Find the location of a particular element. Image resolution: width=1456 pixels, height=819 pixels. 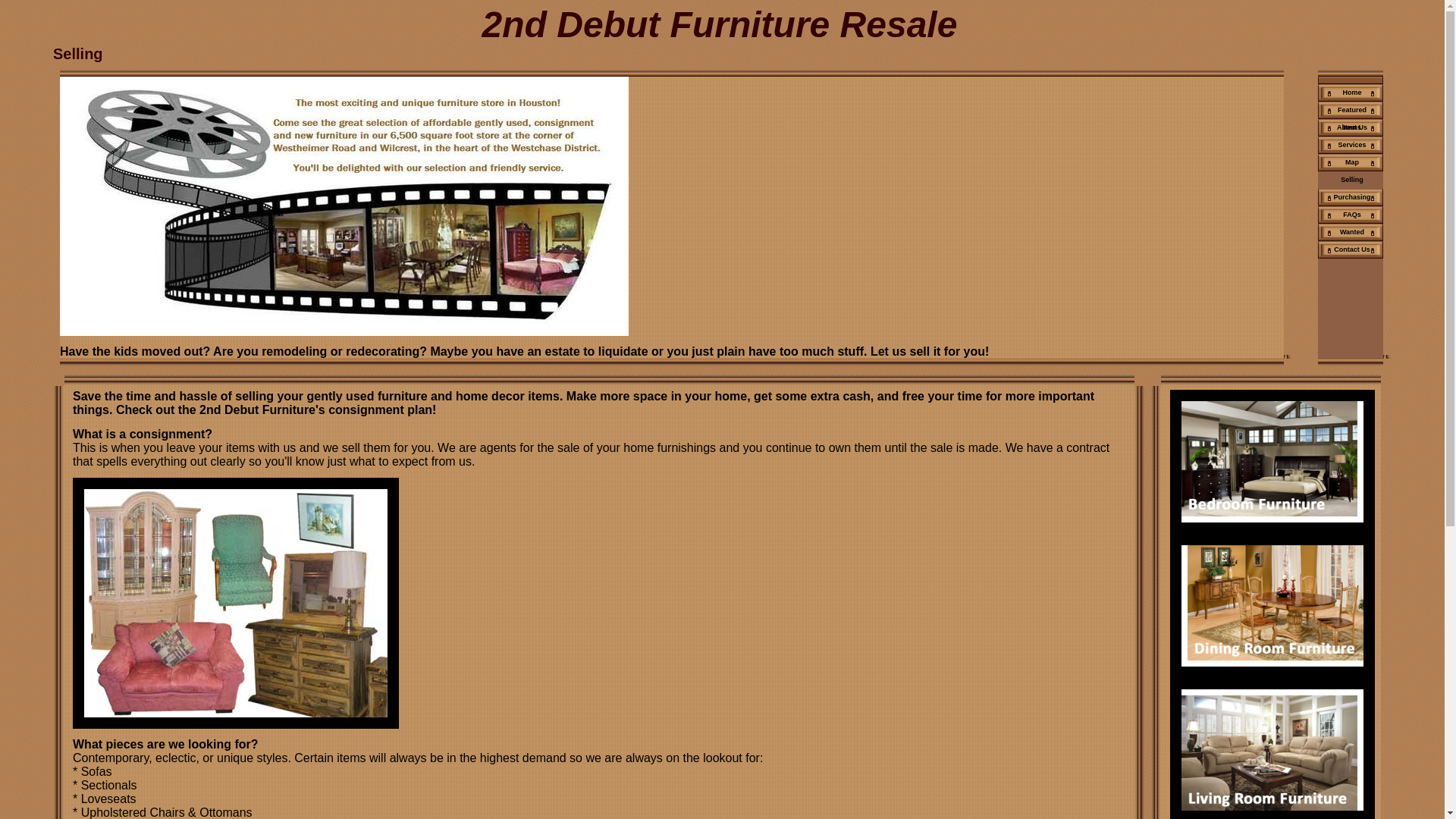

'About Us' is located at coordinates (1350, 127).